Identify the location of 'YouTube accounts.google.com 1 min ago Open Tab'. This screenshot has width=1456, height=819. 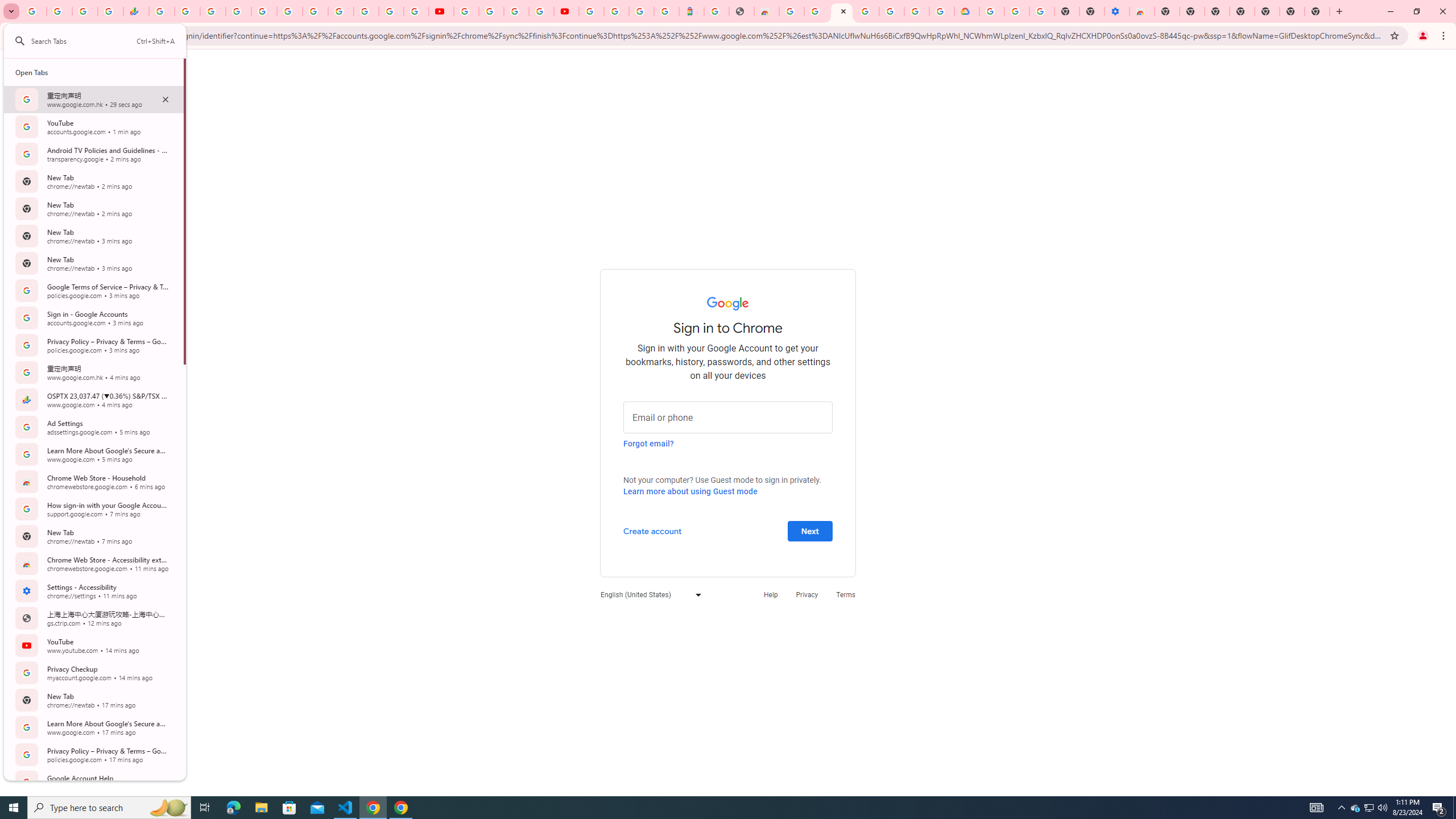
(93, 126).